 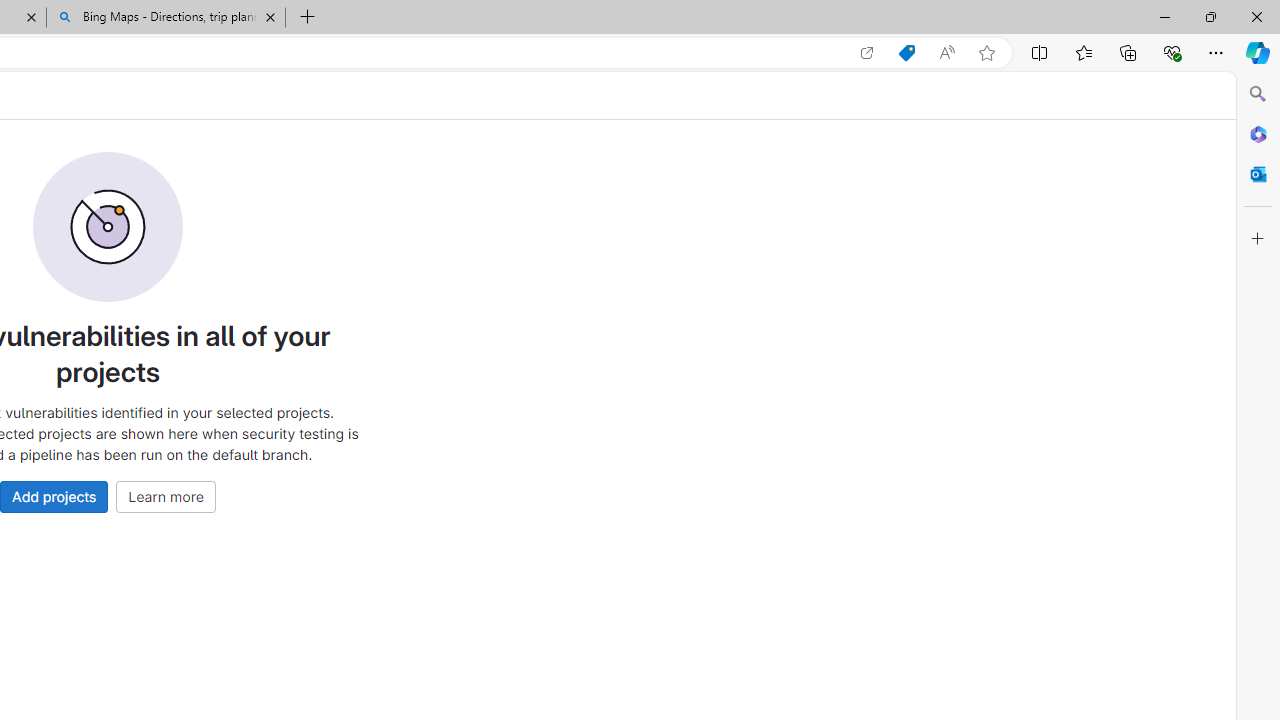 What do you see at coordinates (945, 52) in the screenshot?
I see `'Read aloud this page (Ctrl+Shift+U)'` at bounding box center [945, 52].